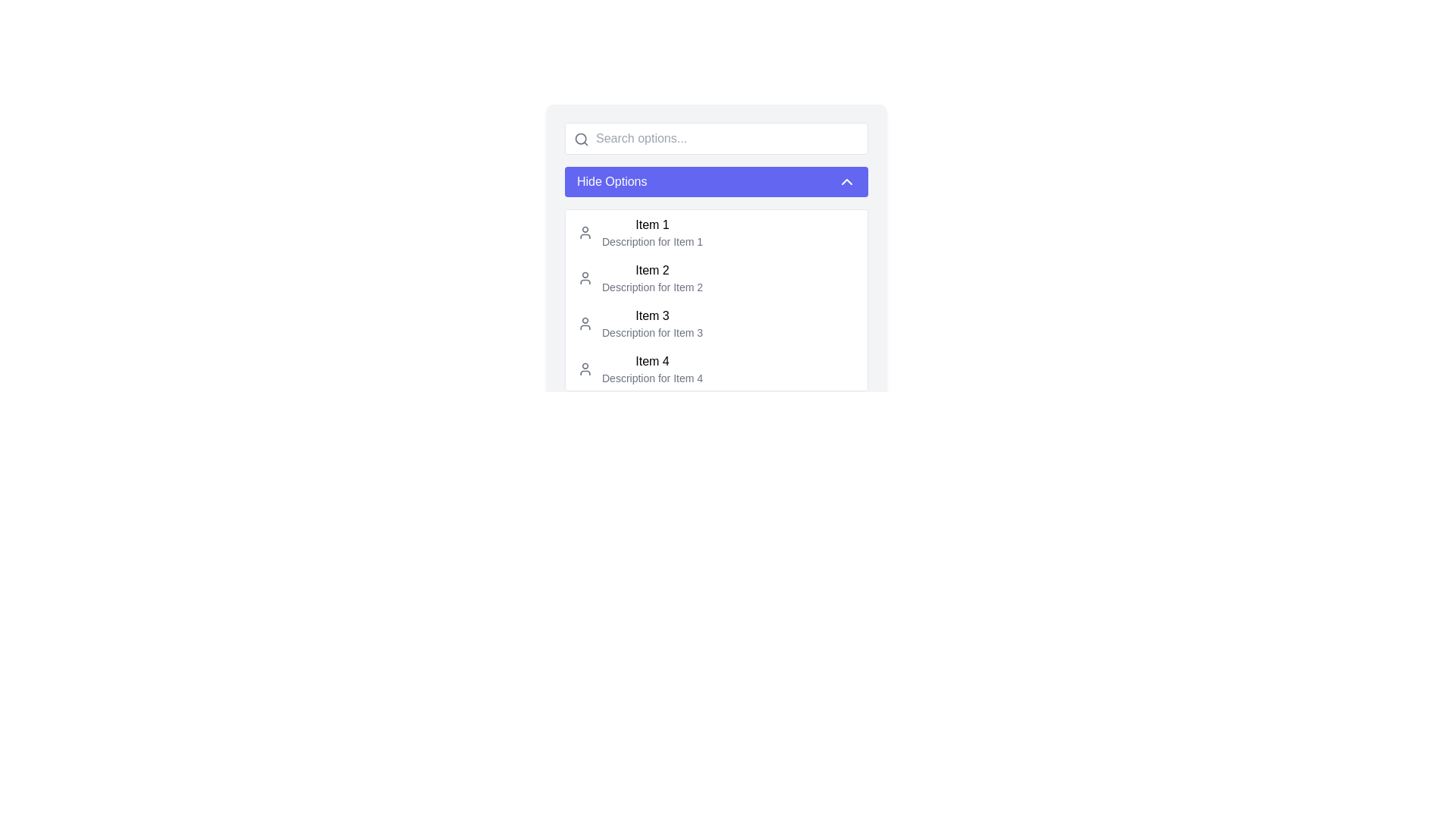 Image resolution: width=1456 pixels, height=819 pixels. What do you see at coordinates (716, 323) in the screenshot?
I see `the third item` at bounding box center [716, 323].